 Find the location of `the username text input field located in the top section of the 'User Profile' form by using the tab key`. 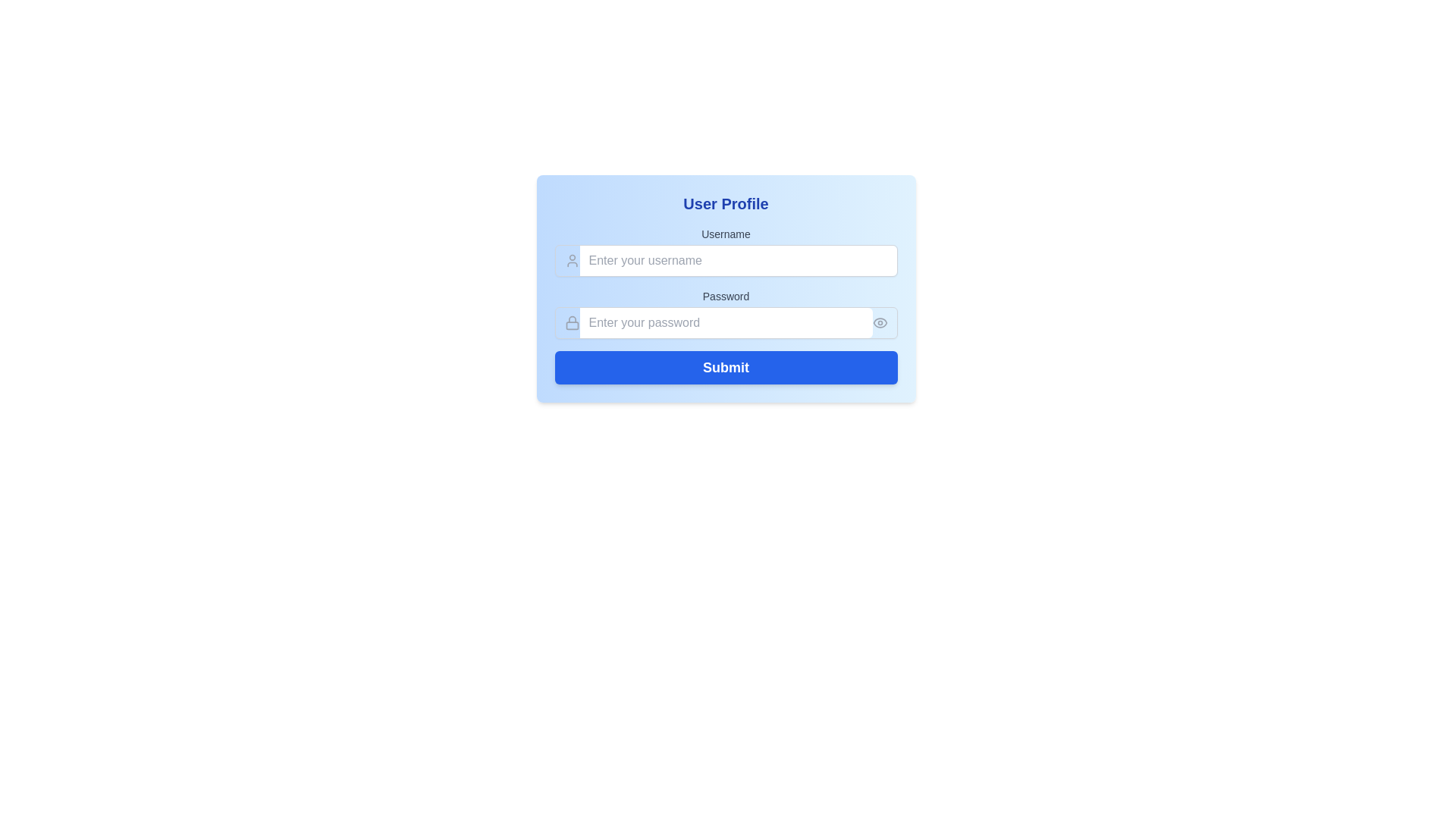

the username text input field located in the top section of the 'User Profile' form by using the tab key is located at coordinates (738, 259).